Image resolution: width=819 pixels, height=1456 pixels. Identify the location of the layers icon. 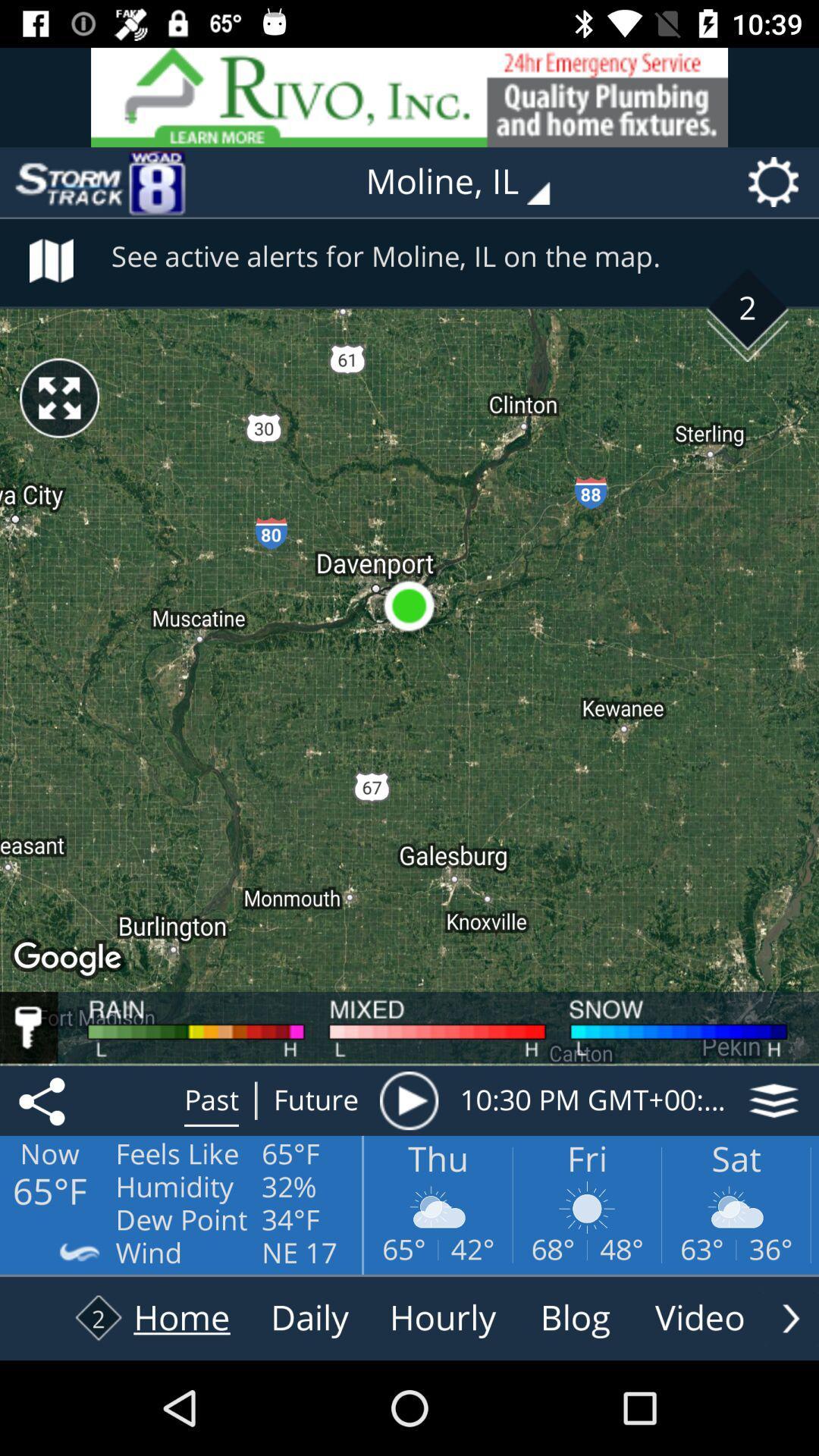
(773, 1100).